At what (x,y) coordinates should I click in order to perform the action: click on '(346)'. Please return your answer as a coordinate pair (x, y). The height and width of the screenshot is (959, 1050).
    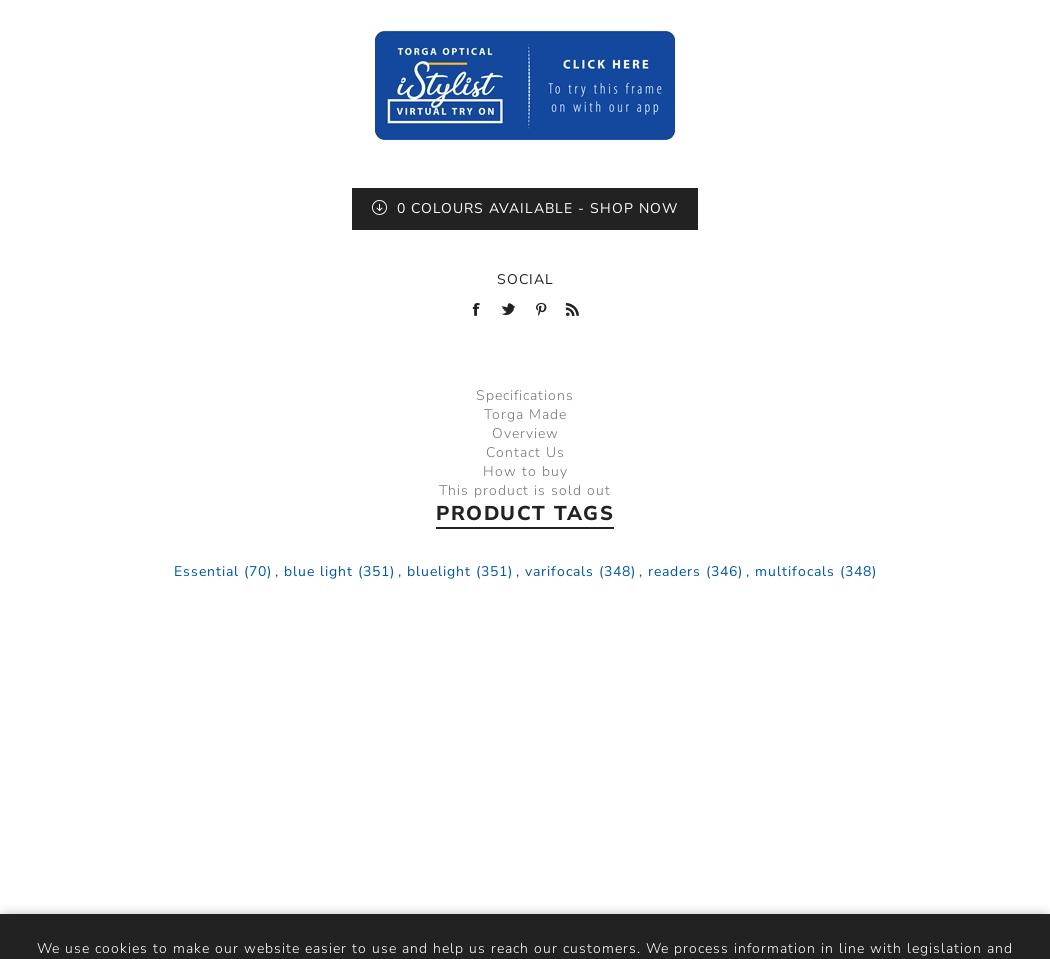
    Looking at the image, I should click on (722, 569).